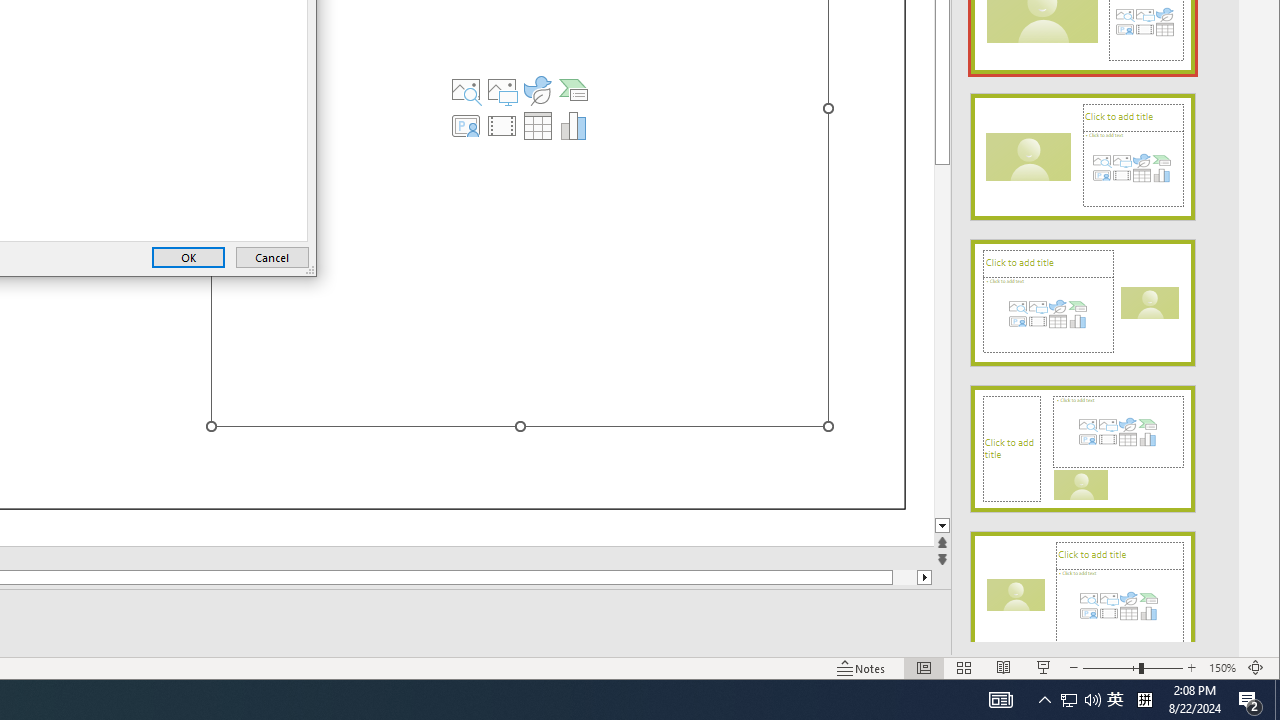 The image size is (1280, 720). What do you see at coordinates (502, 90) in the screenshot?
I see `'Pictures'` at bounding box center [502, 90].